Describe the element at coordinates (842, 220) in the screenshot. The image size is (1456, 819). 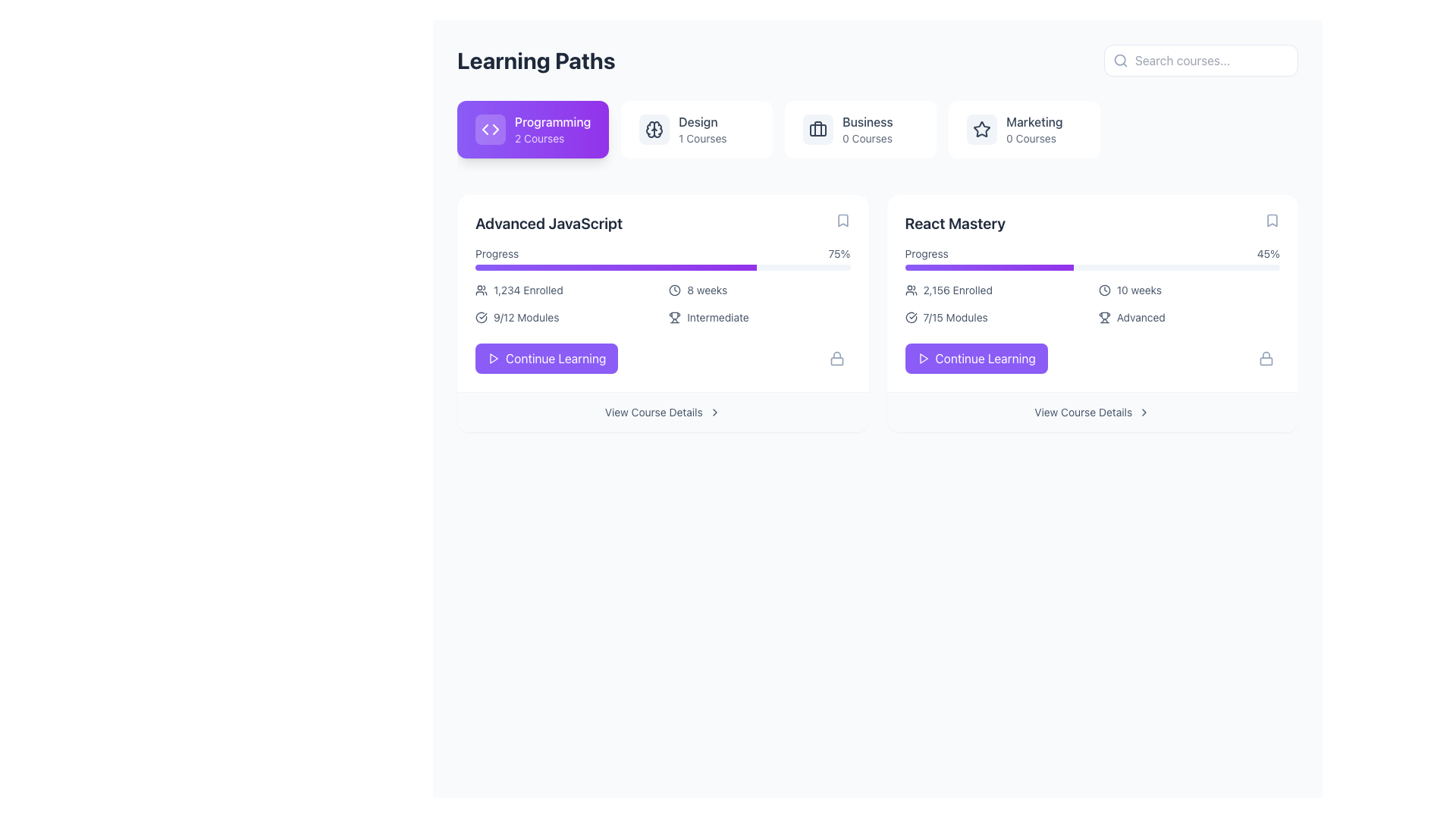
I see `the bookmark icon located to the right of the text 'Advanced JavaScript'` at that location.